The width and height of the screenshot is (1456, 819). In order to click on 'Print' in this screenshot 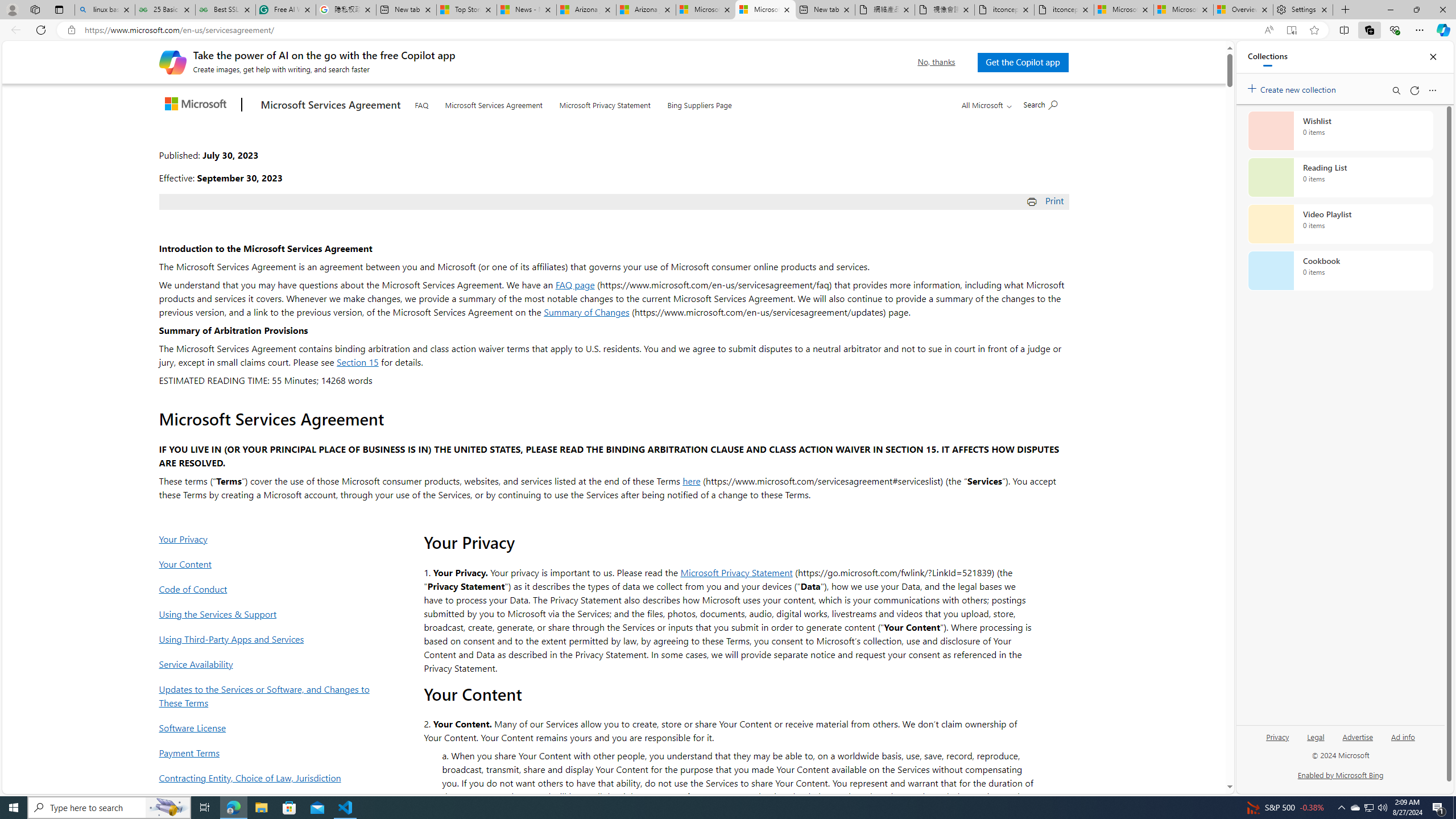, I will do `click(1046, 200)`.